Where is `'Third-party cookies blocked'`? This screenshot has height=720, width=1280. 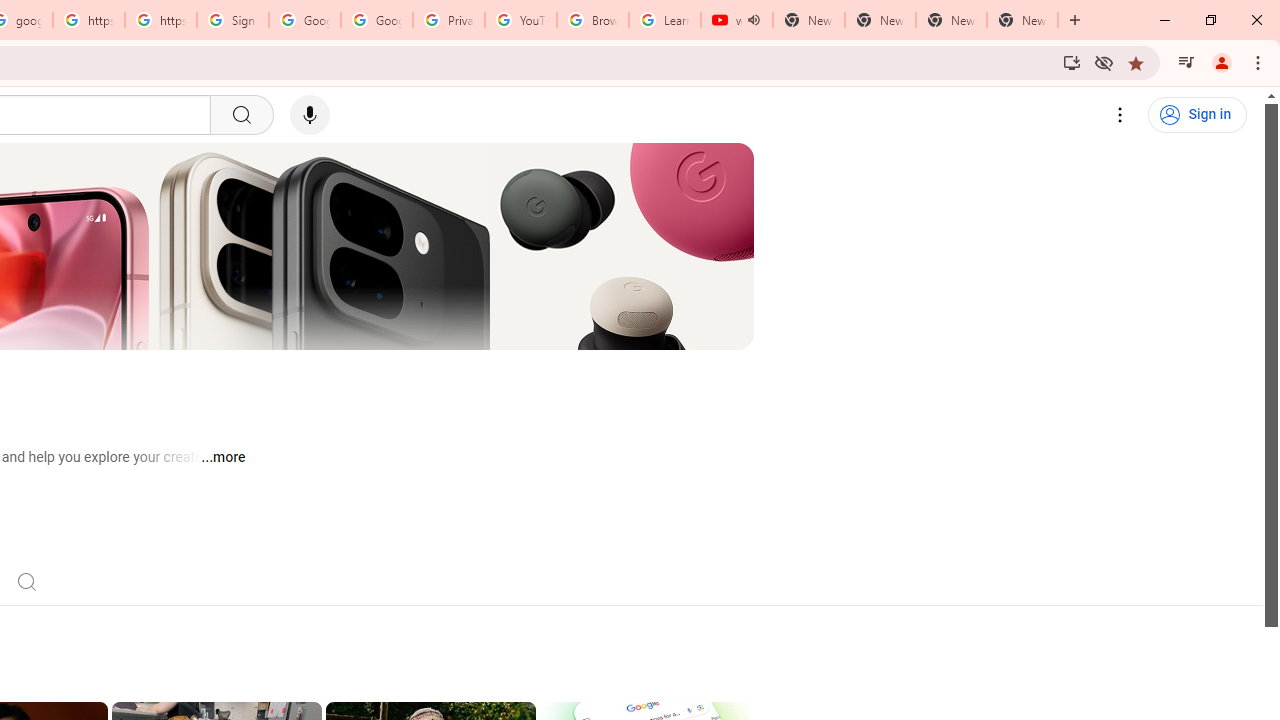
'Third-party cookies blocked' is located at coordinates (1103, 61).